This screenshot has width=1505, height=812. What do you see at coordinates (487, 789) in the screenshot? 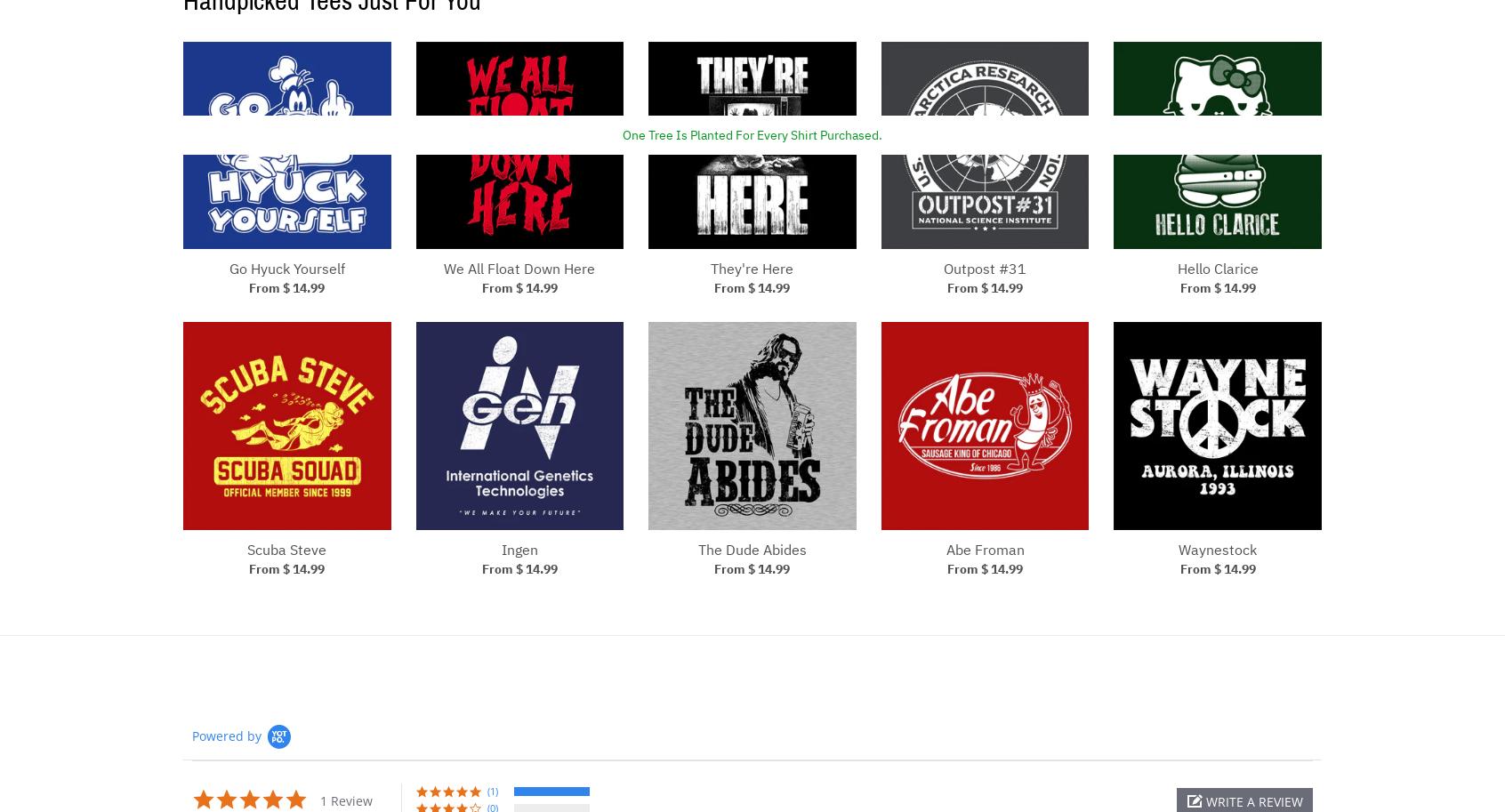
I see `'(1)'` at bounding box center [487, 789].